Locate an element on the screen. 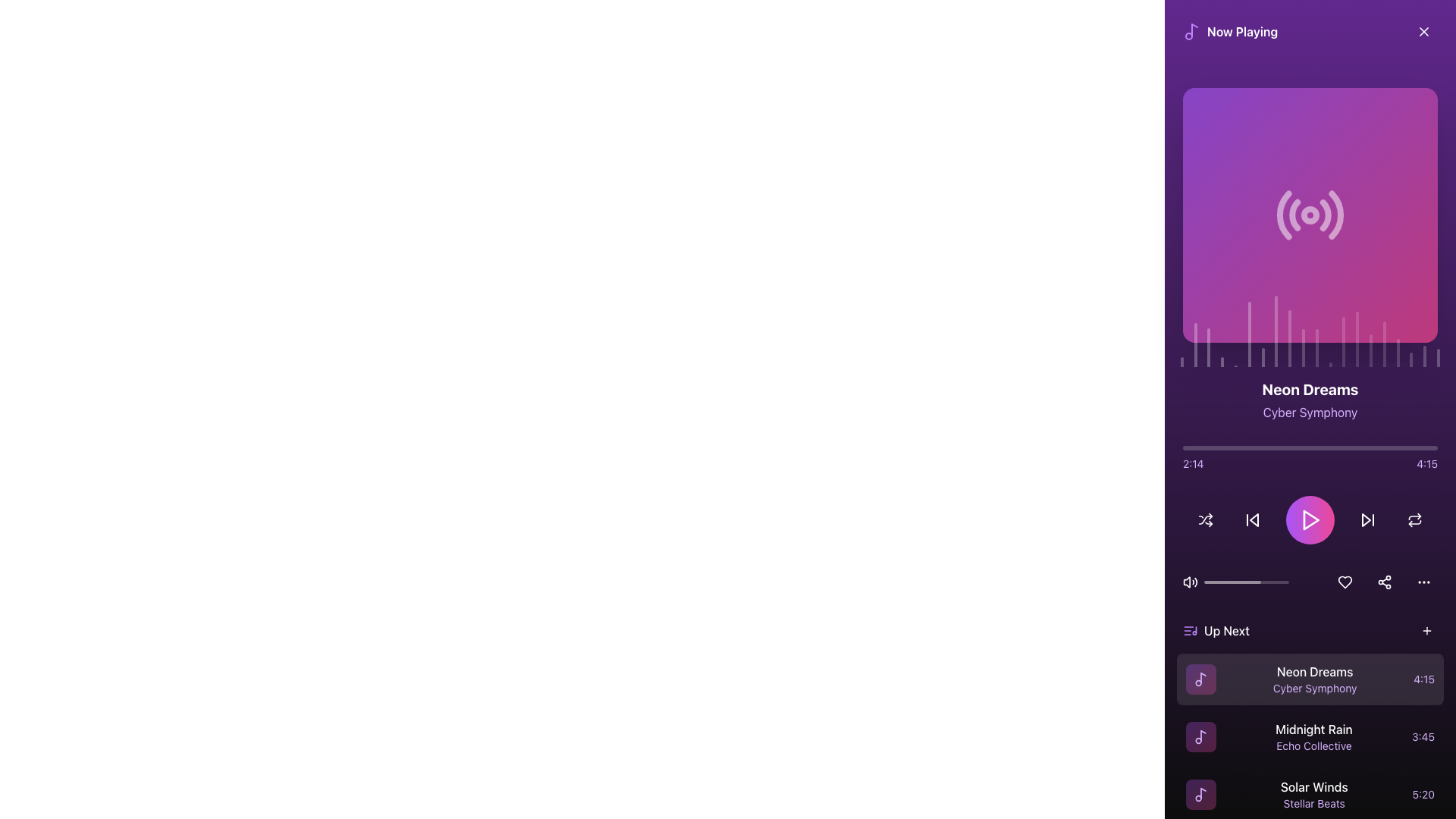  the music note icon located to the left of the track name 'Solar Winds' in the 'Up Next' list of the music player interface is located at coordinates (1200, 794).